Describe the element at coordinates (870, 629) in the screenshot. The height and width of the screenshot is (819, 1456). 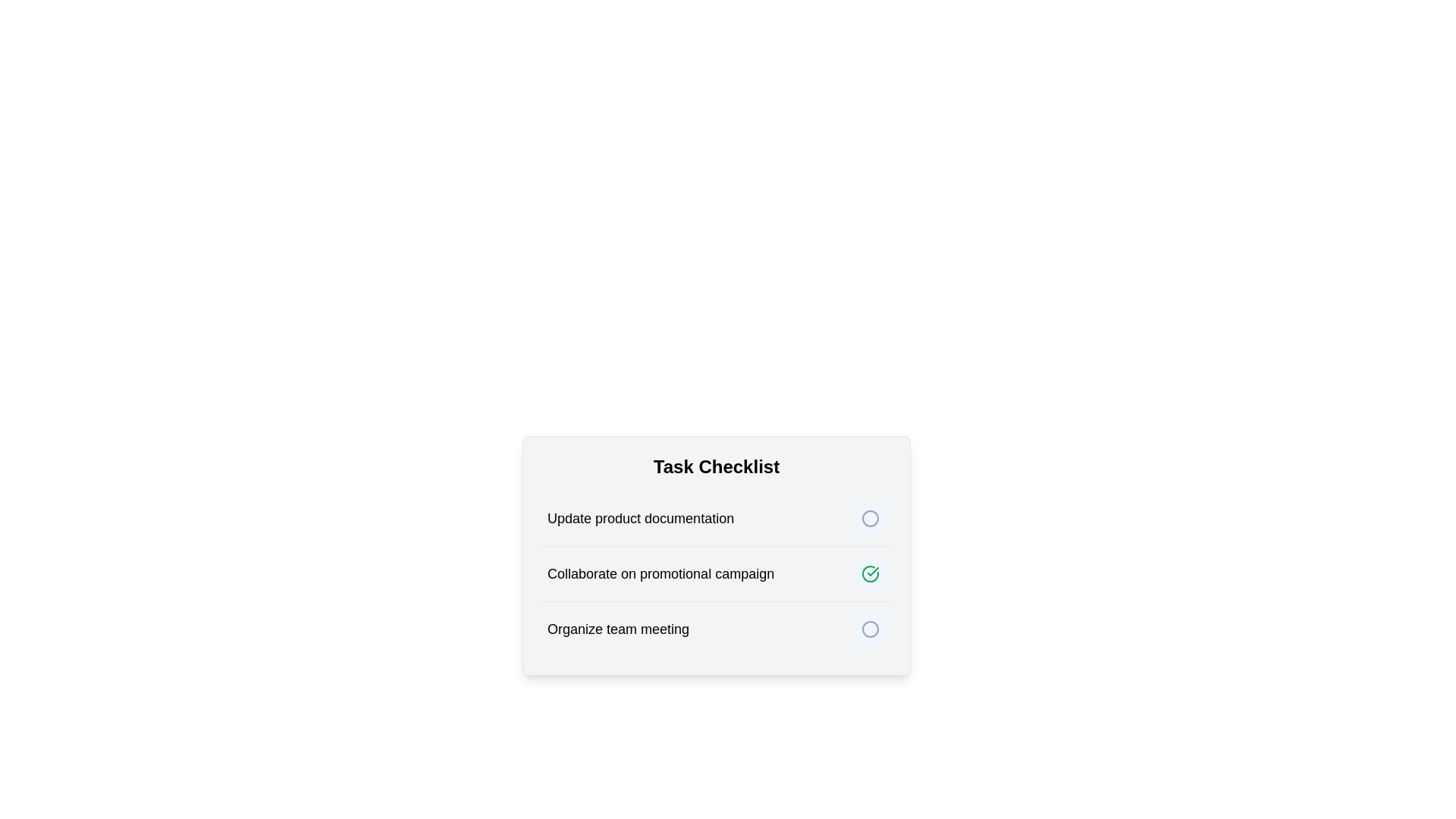
I see `the circular icon with a gray outline representing an unselected state, aligned with the 'Organize team meeting' text label in the task checklist` at that location.